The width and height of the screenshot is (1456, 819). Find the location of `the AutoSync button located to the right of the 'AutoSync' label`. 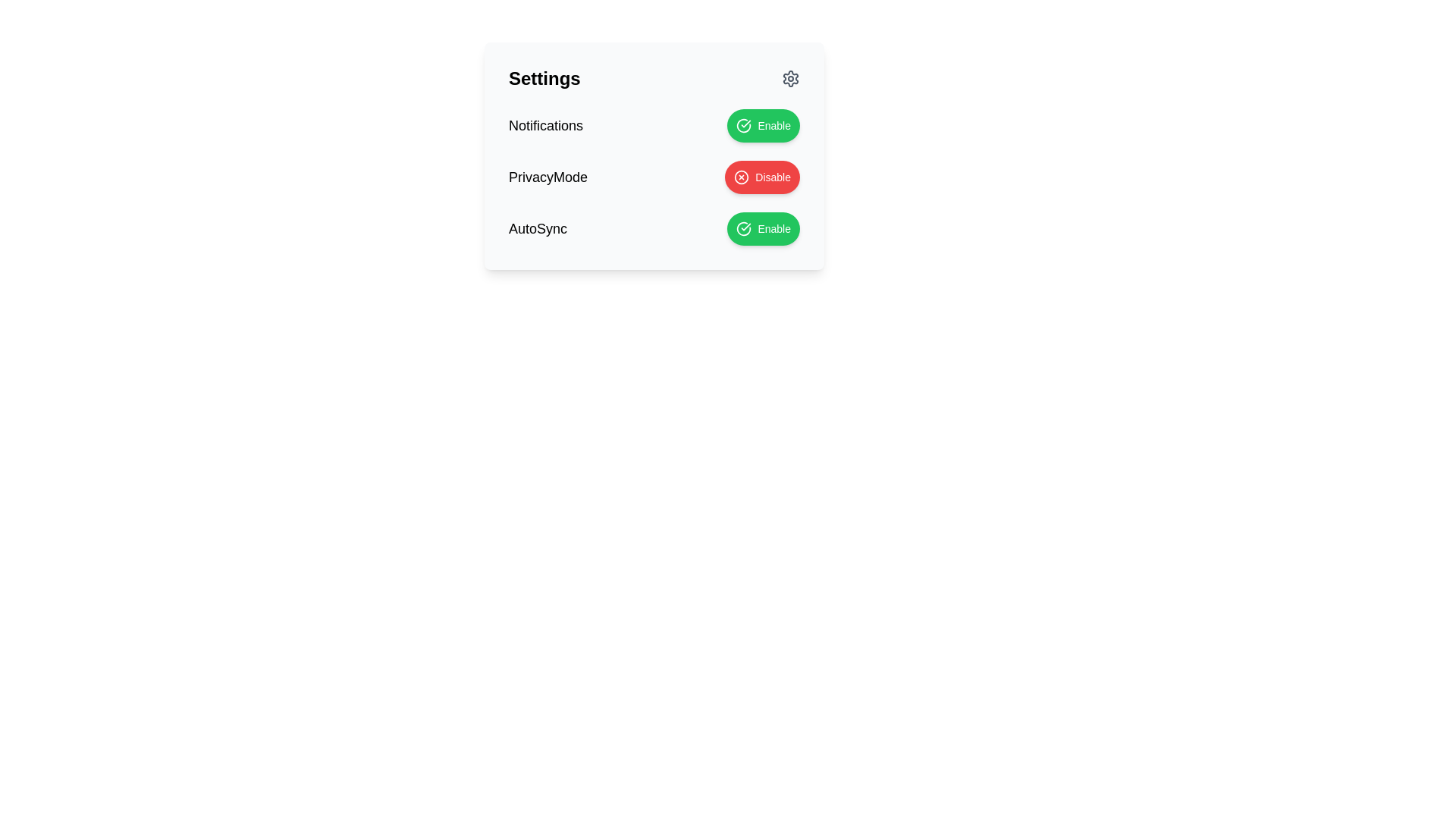

the AutoSync button located to the right of the 'AutoSync' label is located at coordinates (764, 228).